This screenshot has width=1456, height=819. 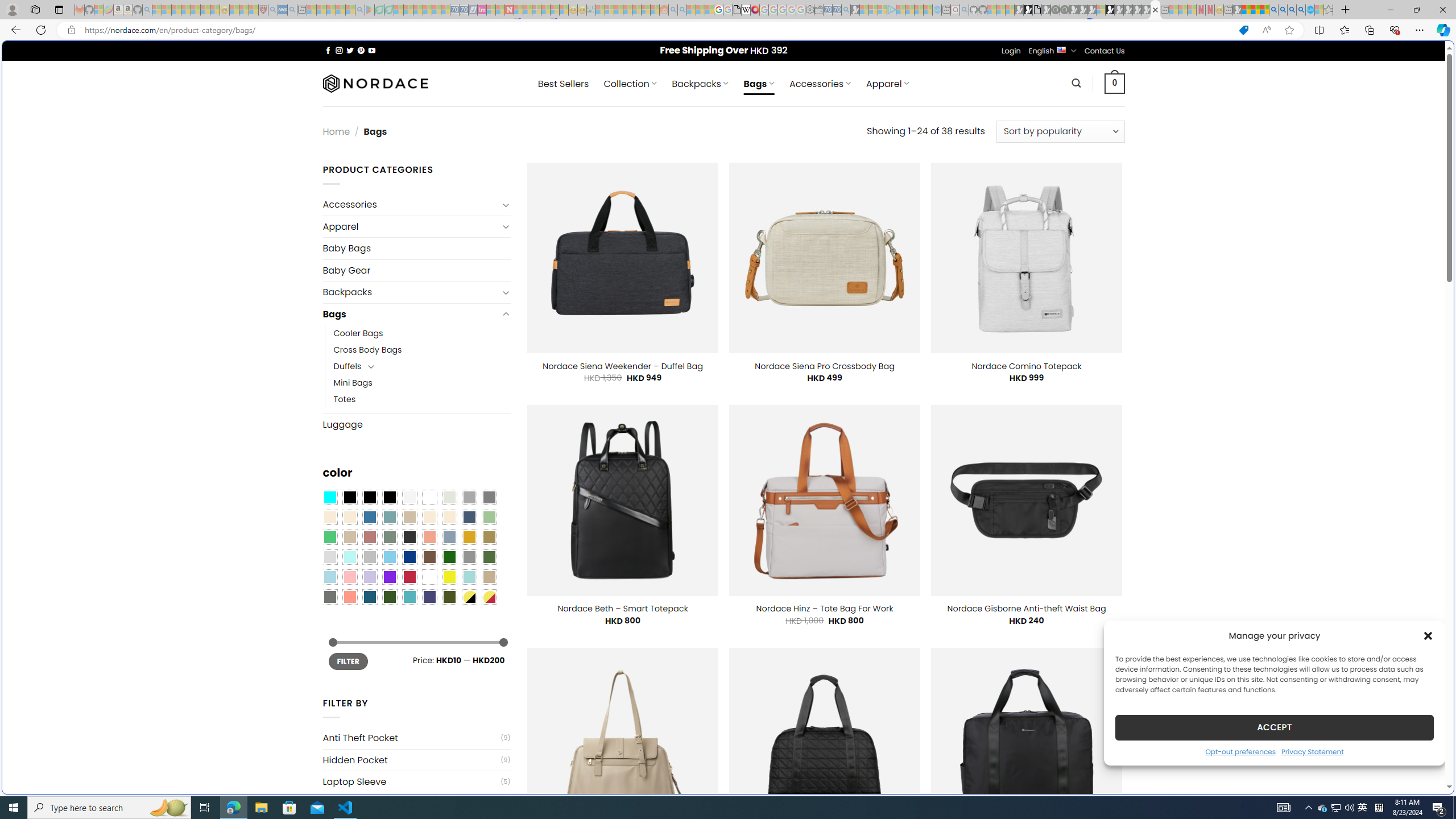 What do you see at coordinates (408, 517) in the screenshot?
I see `'Brownie'` at bounding box center [408, 517].